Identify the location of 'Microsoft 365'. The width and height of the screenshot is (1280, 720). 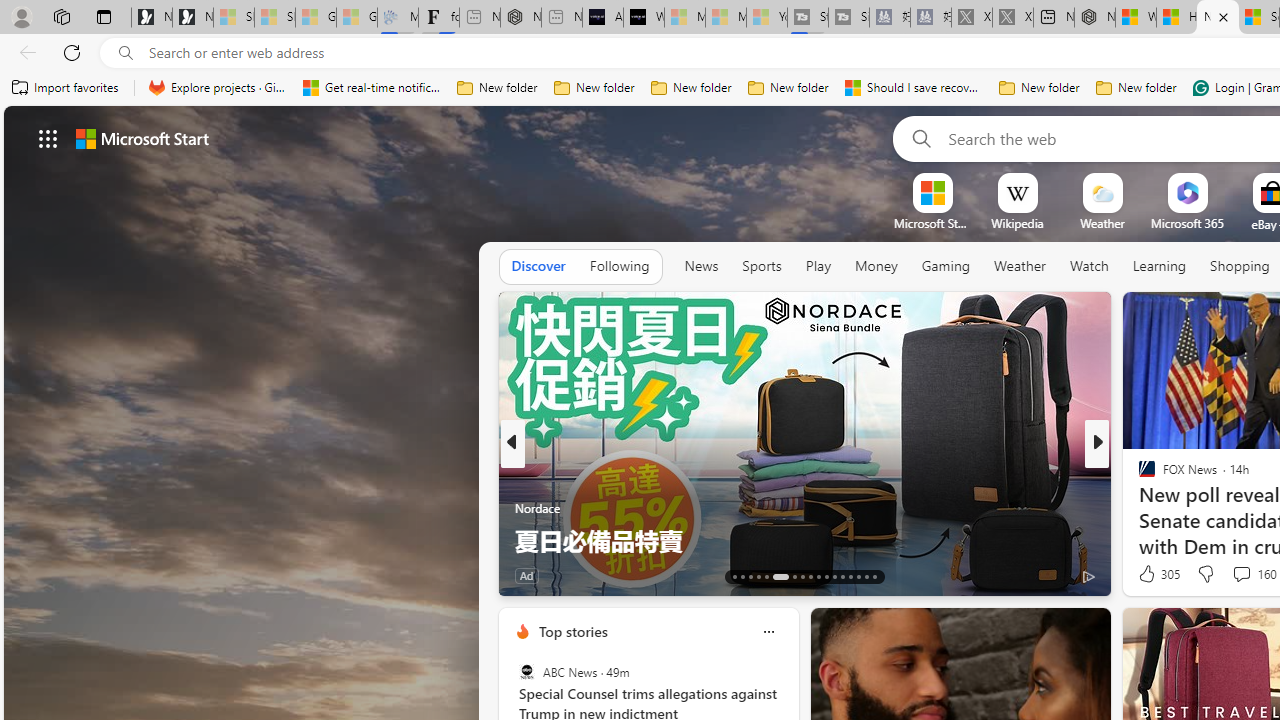
(1187, 223).